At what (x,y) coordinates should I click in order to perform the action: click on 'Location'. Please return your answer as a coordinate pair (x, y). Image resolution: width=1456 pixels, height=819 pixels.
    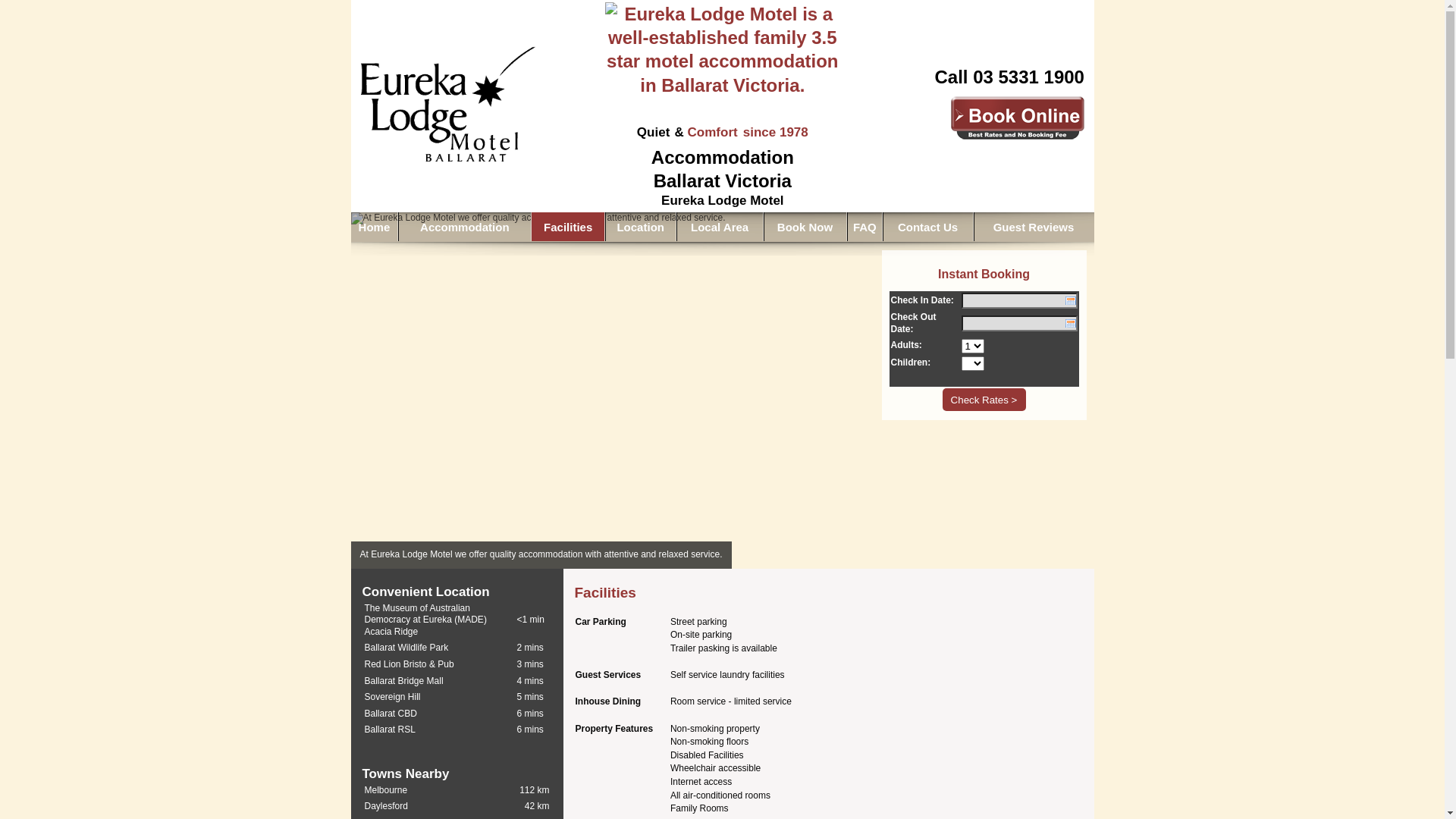
    Looking at the image, I should click on (604, 227).